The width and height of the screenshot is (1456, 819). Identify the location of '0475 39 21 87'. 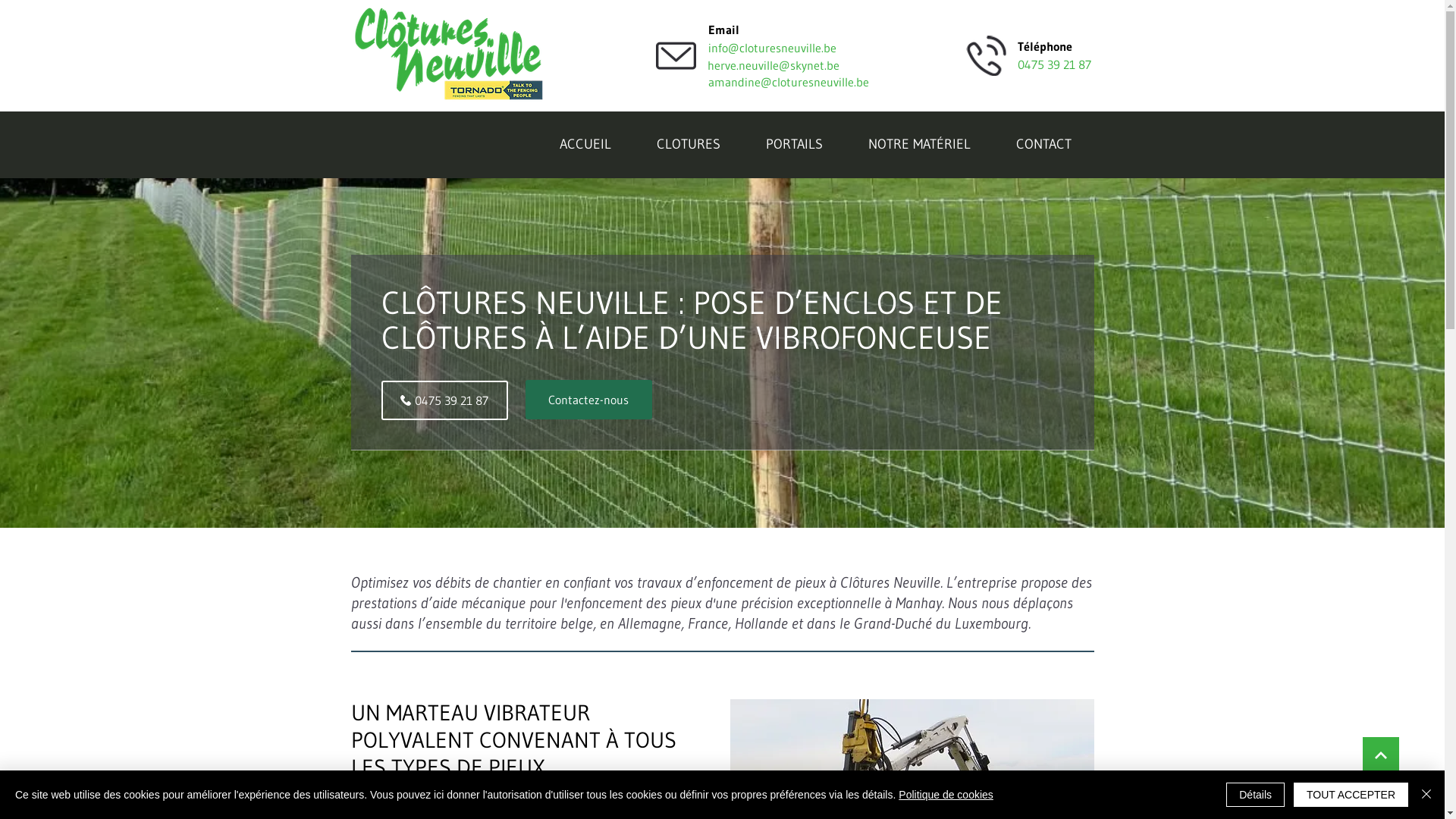
(443, 400).